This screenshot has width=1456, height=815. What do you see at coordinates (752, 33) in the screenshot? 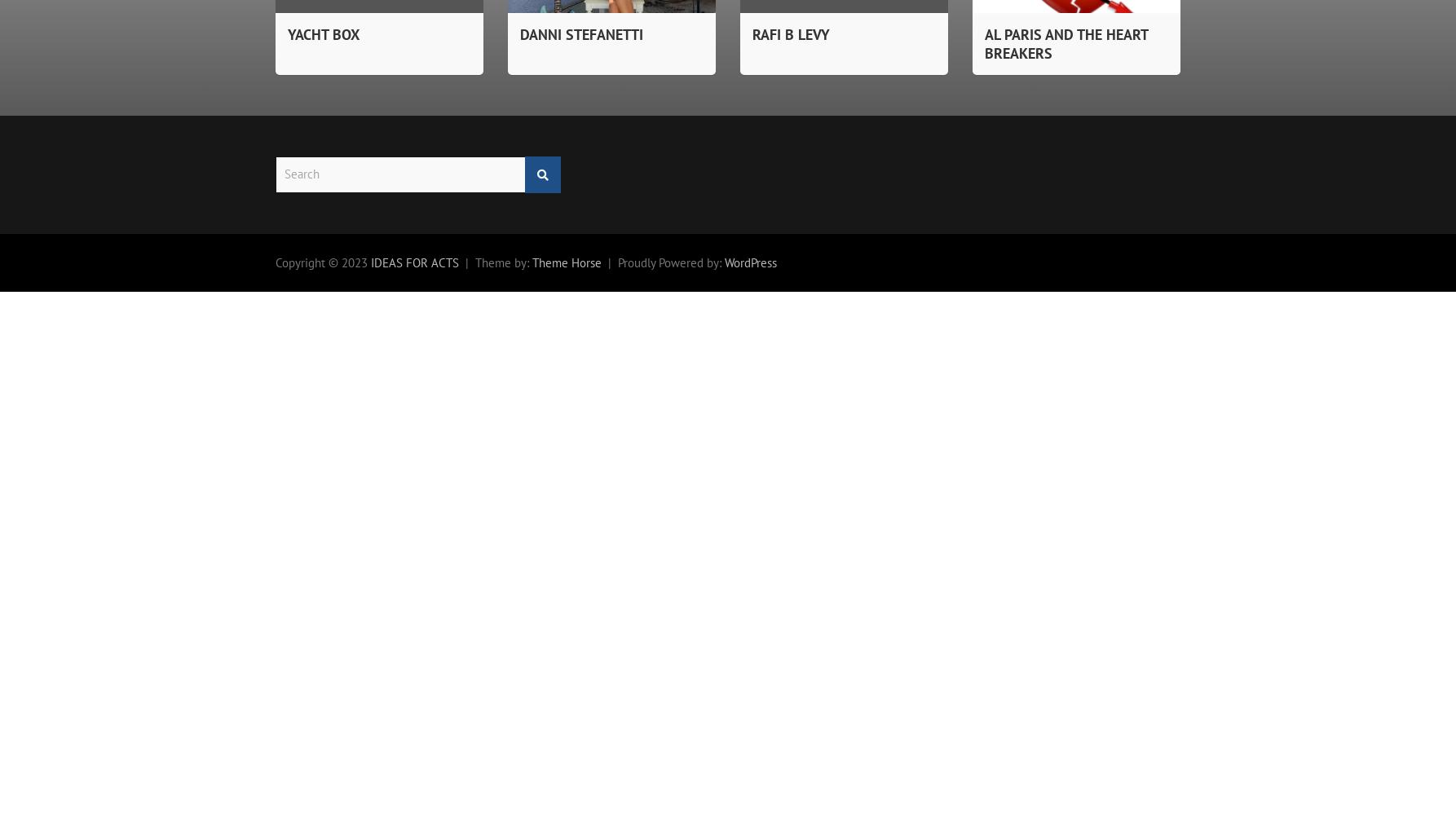
I see `'RAFI B LEVY'` at bounding box center [752, 33].